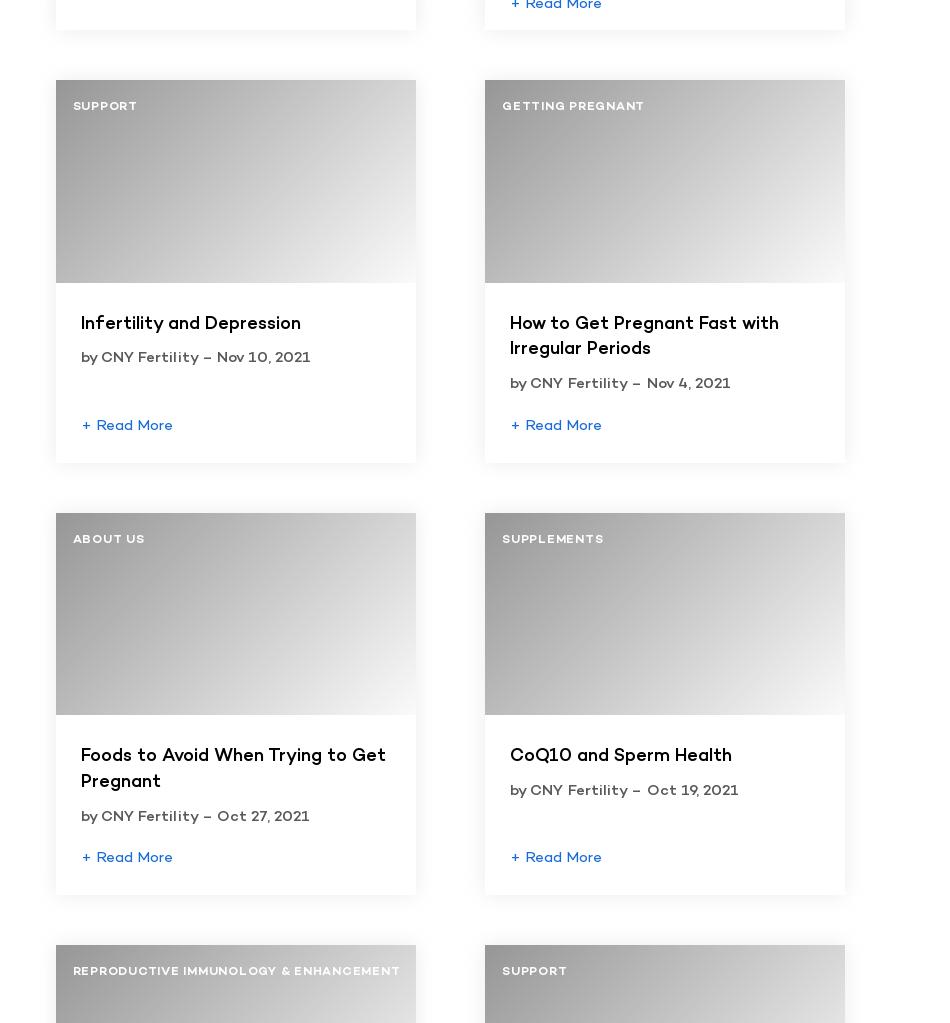 Image resolution: width=950 pixels, height=1023 pixels. I want to click on 'Infertility and Depression', so click(190, 323).